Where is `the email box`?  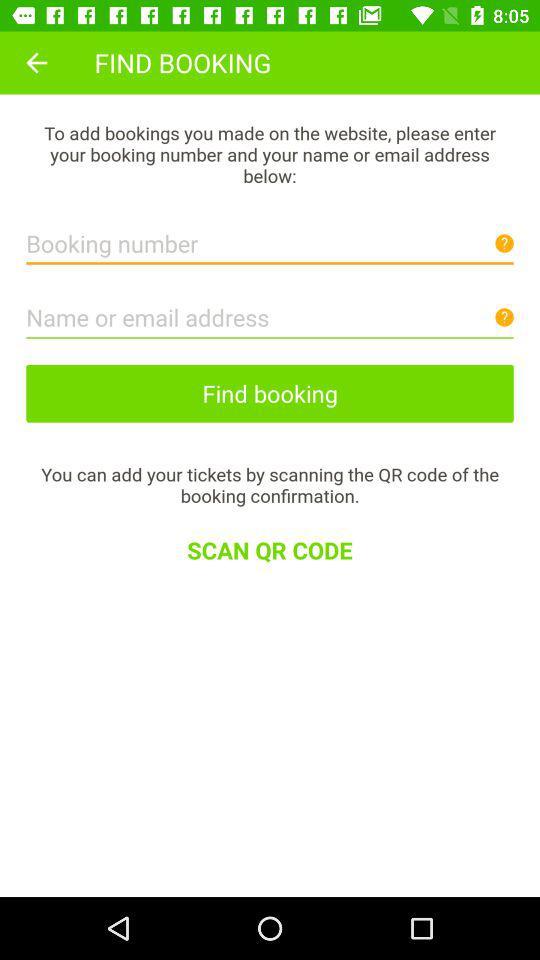
the email box is located at coordinates (270, 312).